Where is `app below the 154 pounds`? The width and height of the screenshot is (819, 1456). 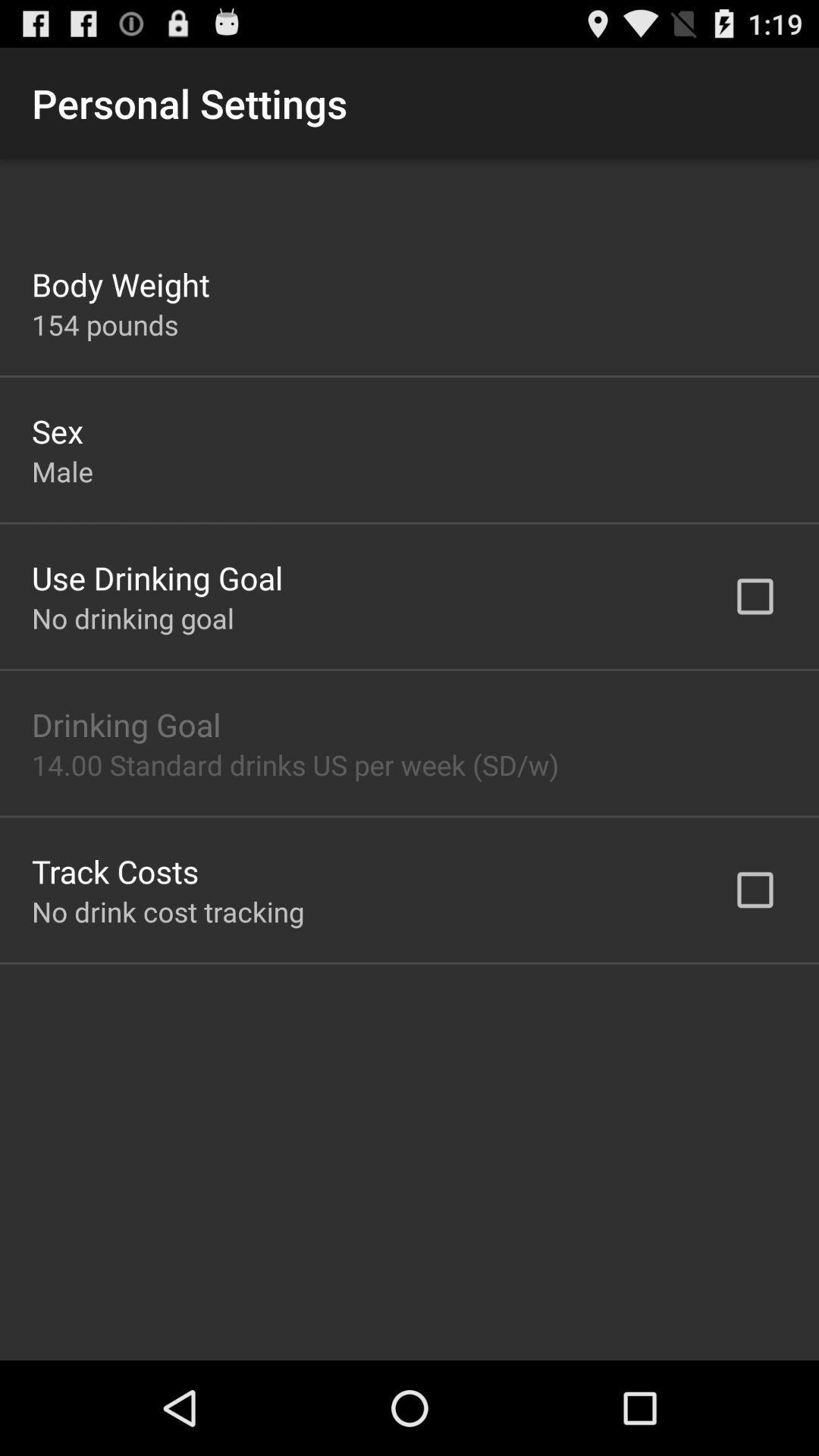
app below the 154 pounds is located at coordinates (57, 430).